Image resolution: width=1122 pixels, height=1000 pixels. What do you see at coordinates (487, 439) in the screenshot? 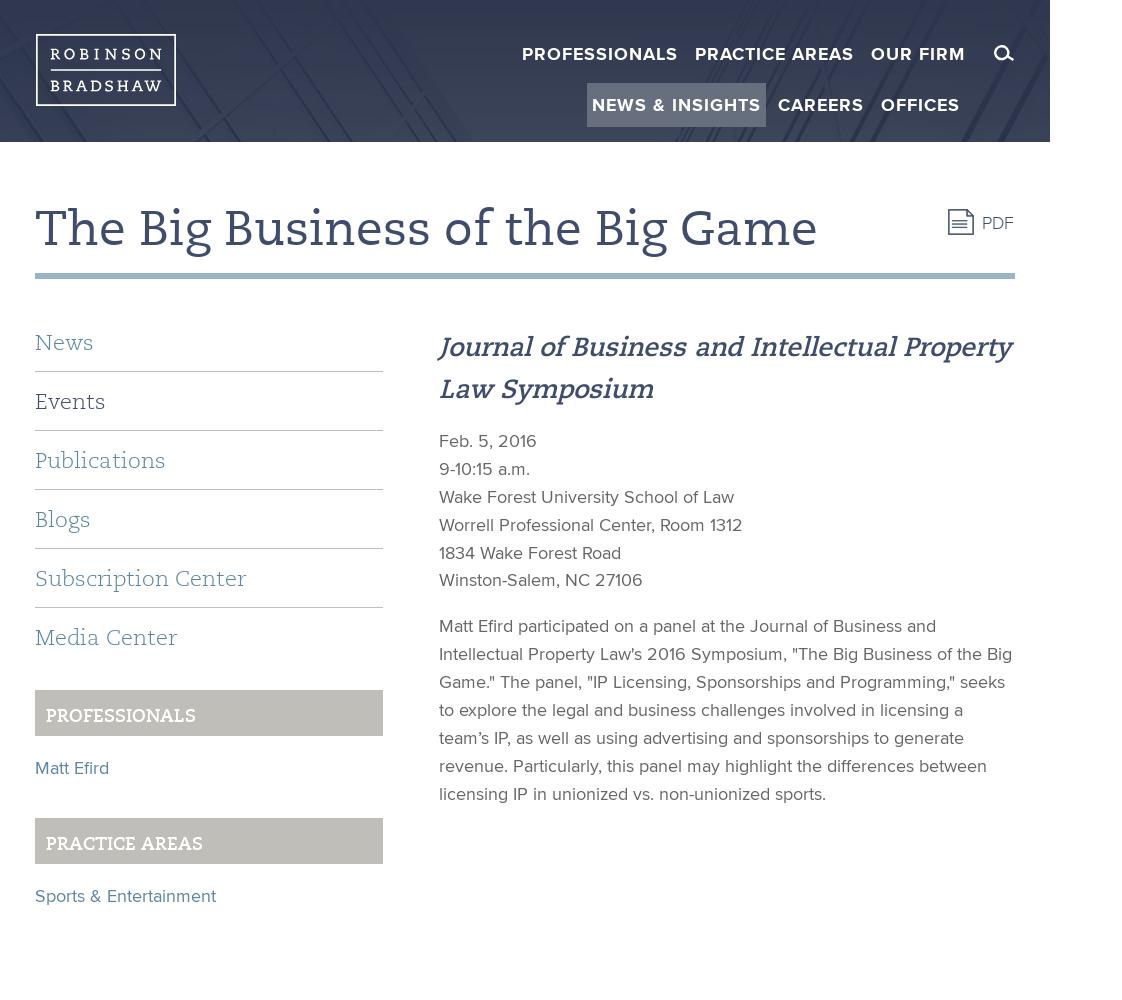
I see `'Feb. 5, 2016'` at bounding box center [487, 439].